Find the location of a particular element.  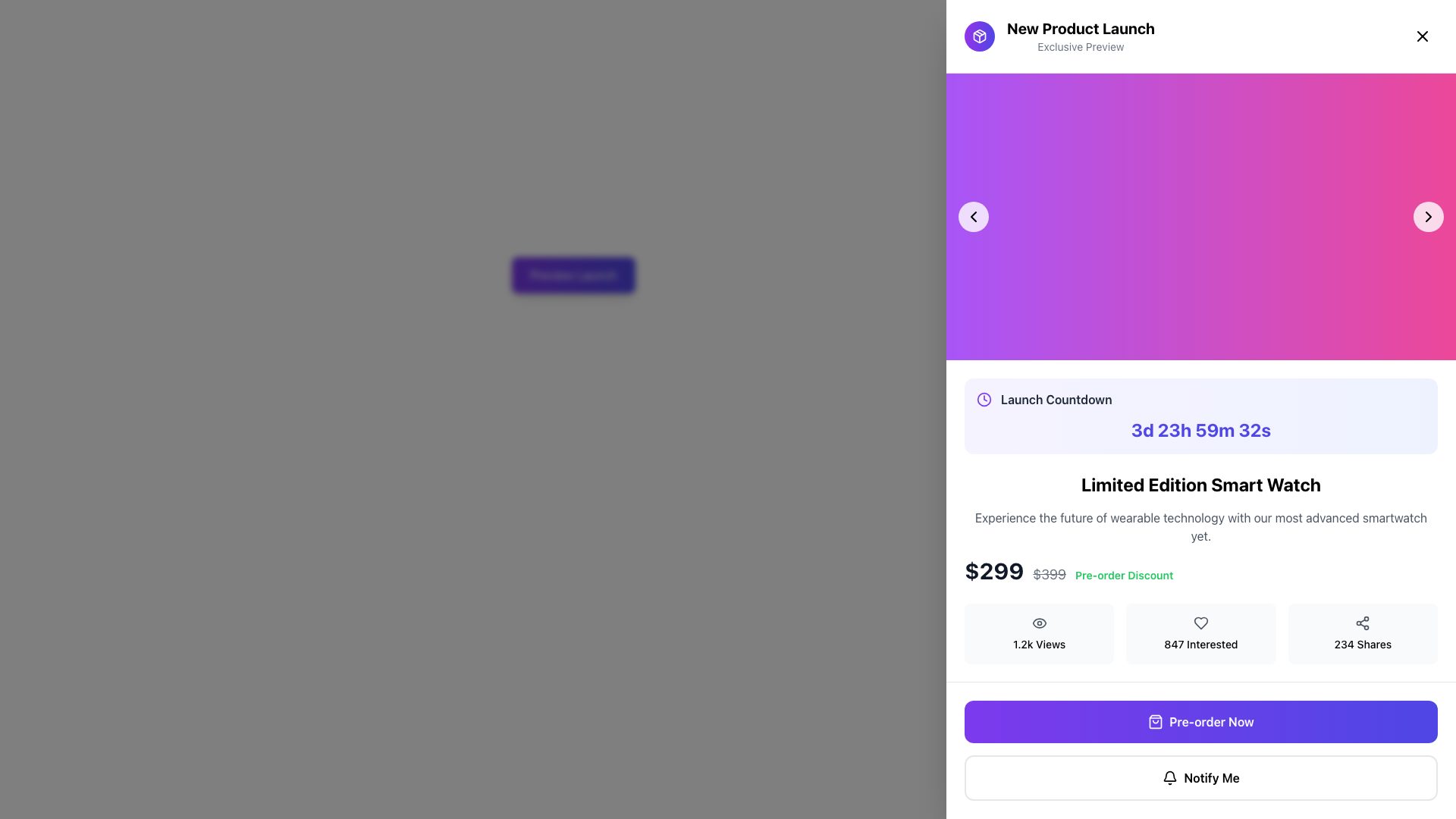

text 'New Product Launch' from the Title section located at the top-right corner of the page, featuring a small purple circular icon with a package symbol is located at coordinates (1059, 35).